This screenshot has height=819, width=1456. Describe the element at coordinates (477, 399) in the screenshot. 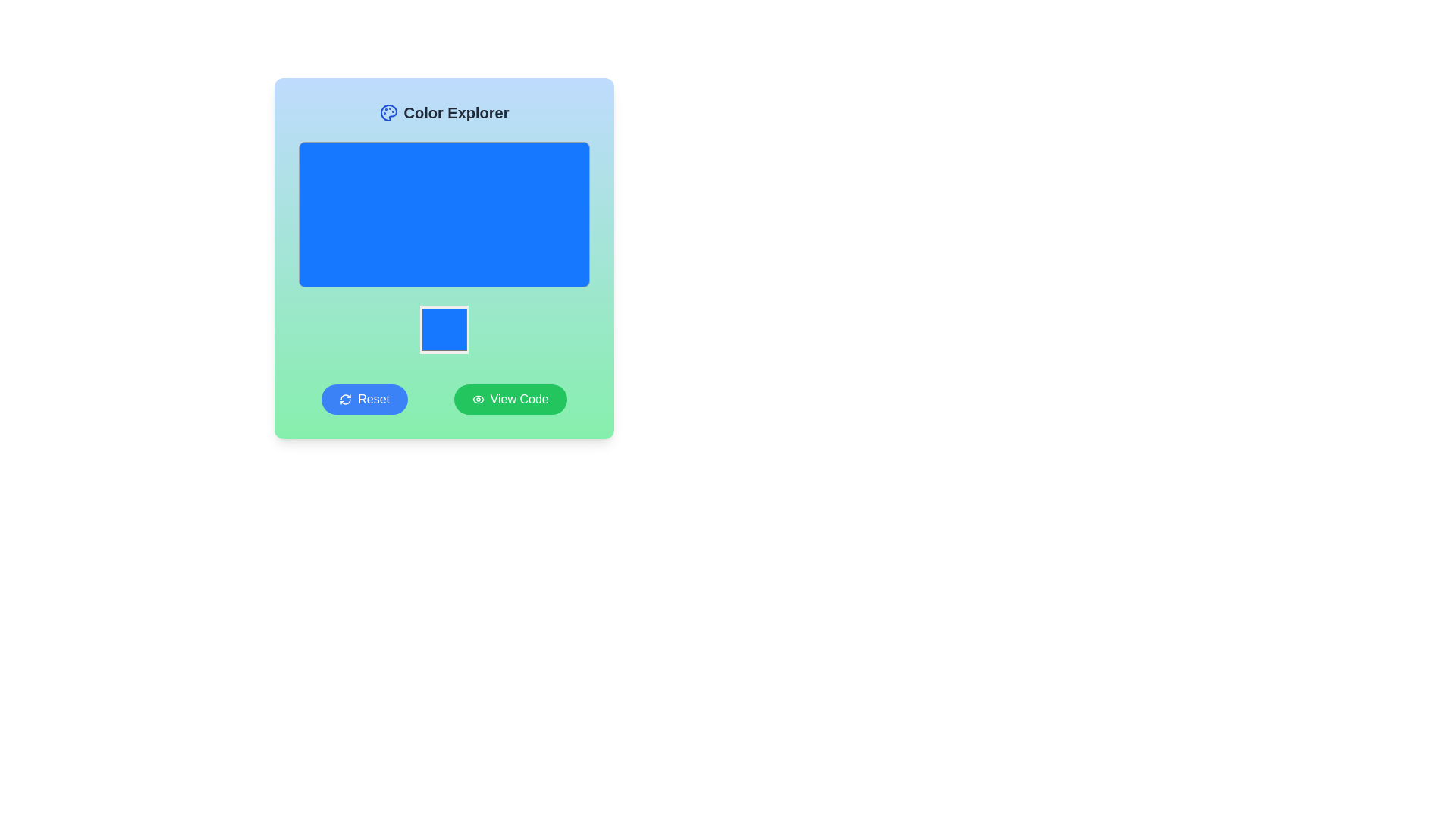

I see `the thin, elliptical ring that forms part of the eye symbol within the SVG graphic in the 'Color Explorer' interface` at that location.